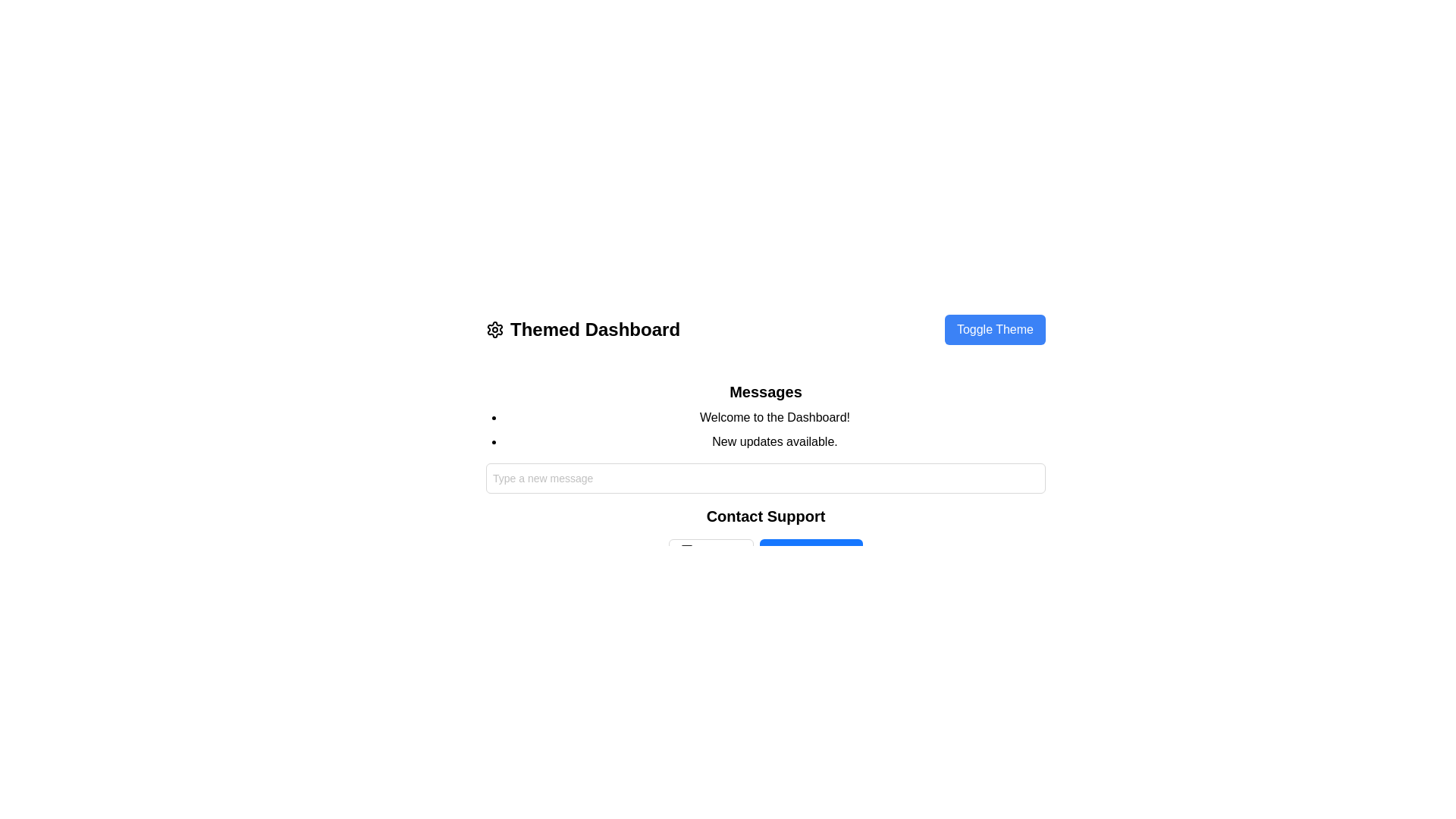 This screenshot has height=819, width=1456. I want to click on welcome message text label located near the center of the page, positioned within a bullet-pointed list under the heading 'Messages', above the text 'New updates available', so click(775, 418).